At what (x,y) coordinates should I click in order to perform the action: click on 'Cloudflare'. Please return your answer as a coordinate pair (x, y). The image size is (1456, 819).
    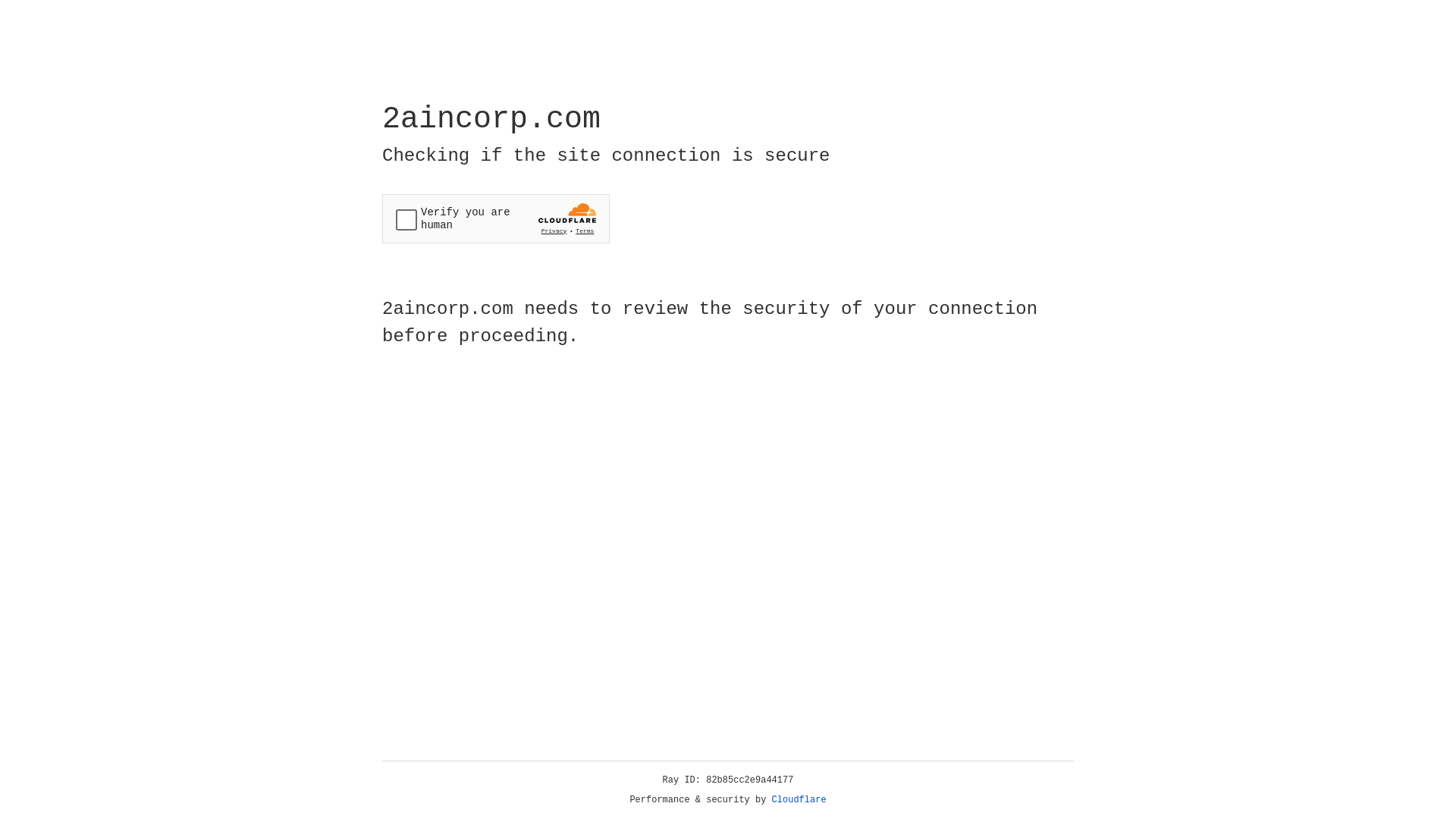
    Looking at the image, I should click on (799, 799).